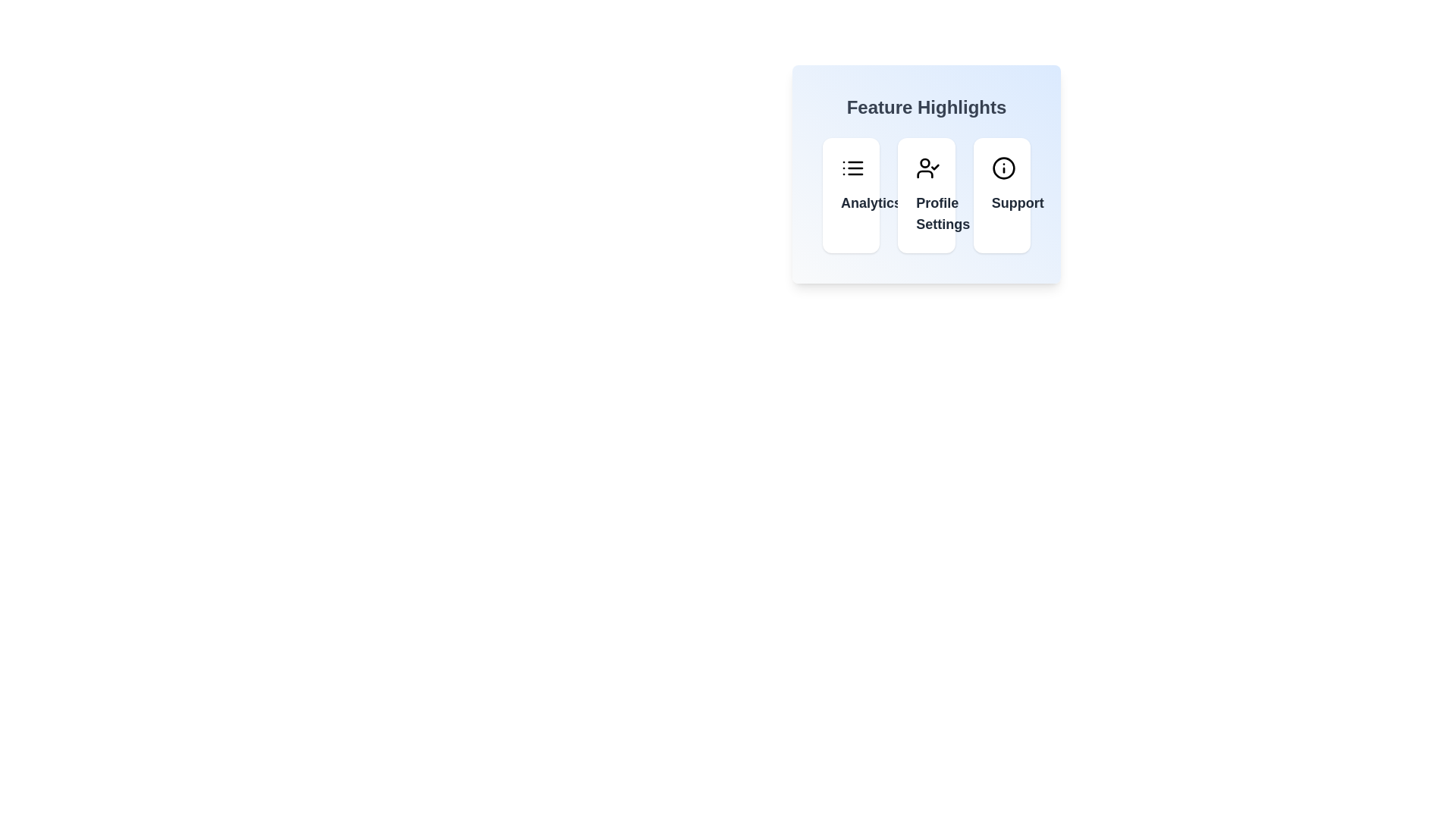 This screenshot has height=819, width=1456. I want to click on the static text element labeled 'Profile Settings', which is styled in bold, medium-large dark gray font and positioned under a user icon with a checkmark in a vertical card layout, so click(926, 213).